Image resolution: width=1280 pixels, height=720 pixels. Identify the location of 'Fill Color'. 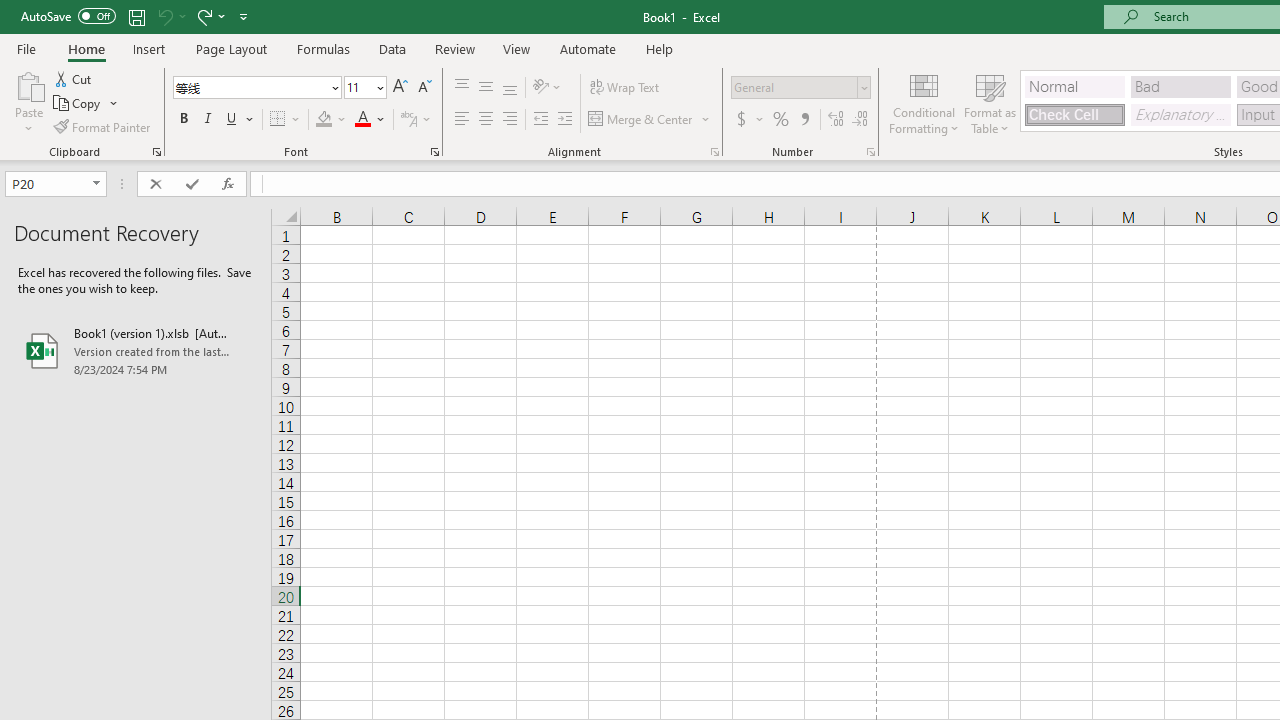
(331, 119).